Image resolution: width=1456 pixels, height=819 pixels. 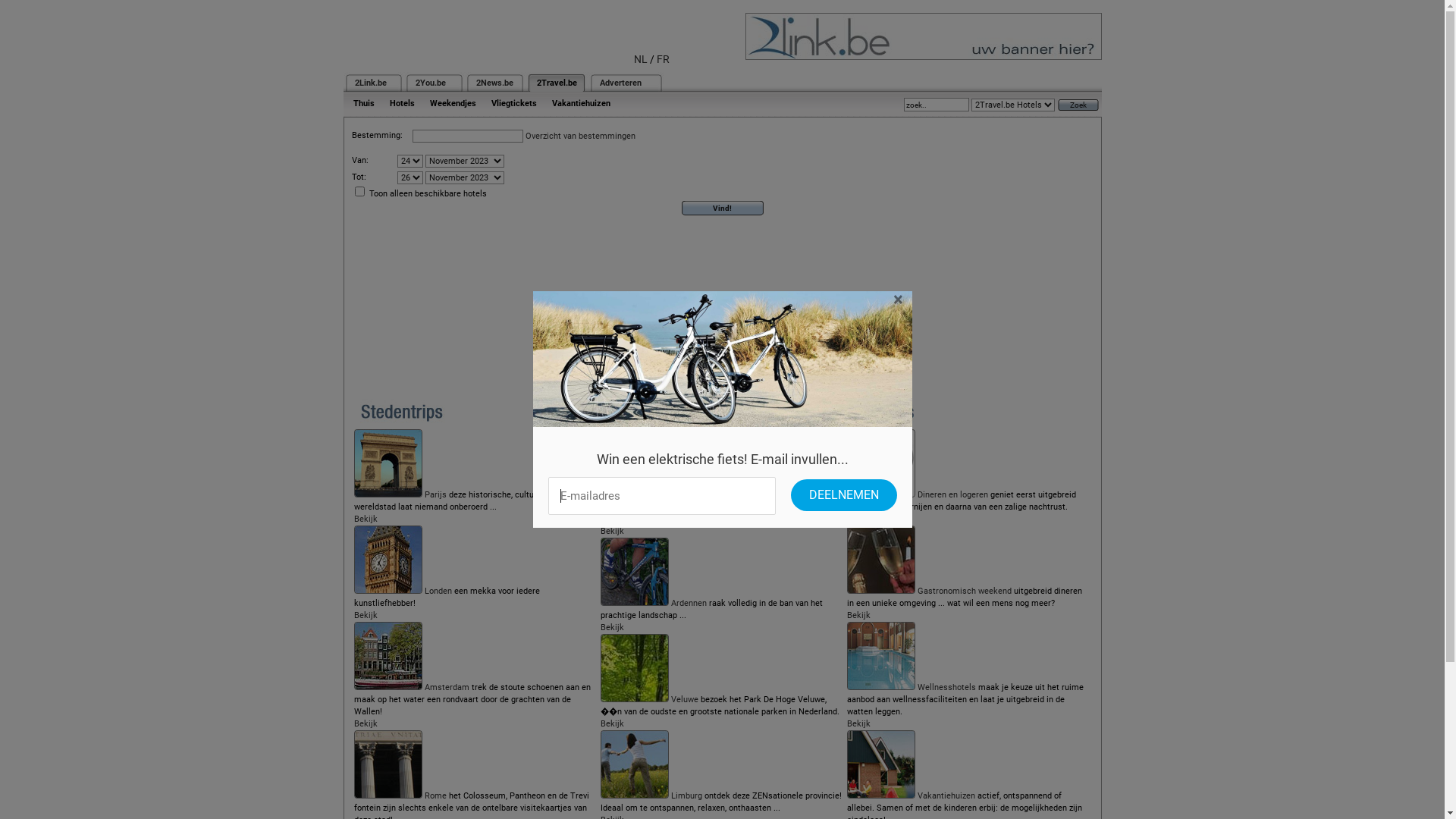 I want to click on 'Vakantiehuizen', so click(x=946, y=795).